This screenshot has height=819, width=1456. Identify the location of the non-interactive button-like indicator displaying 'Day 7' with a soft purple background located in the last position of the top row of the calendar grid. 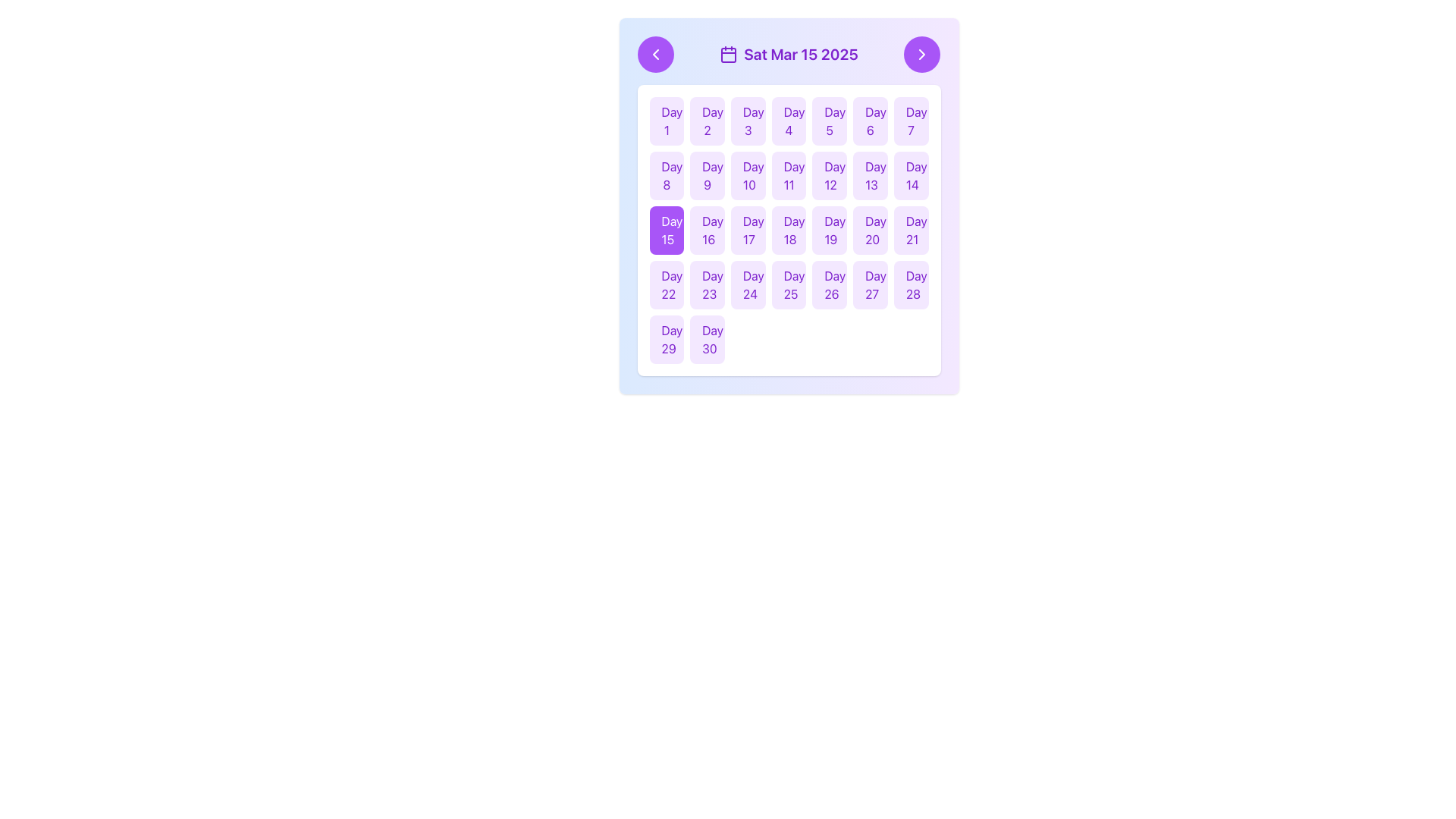
(910, 120).